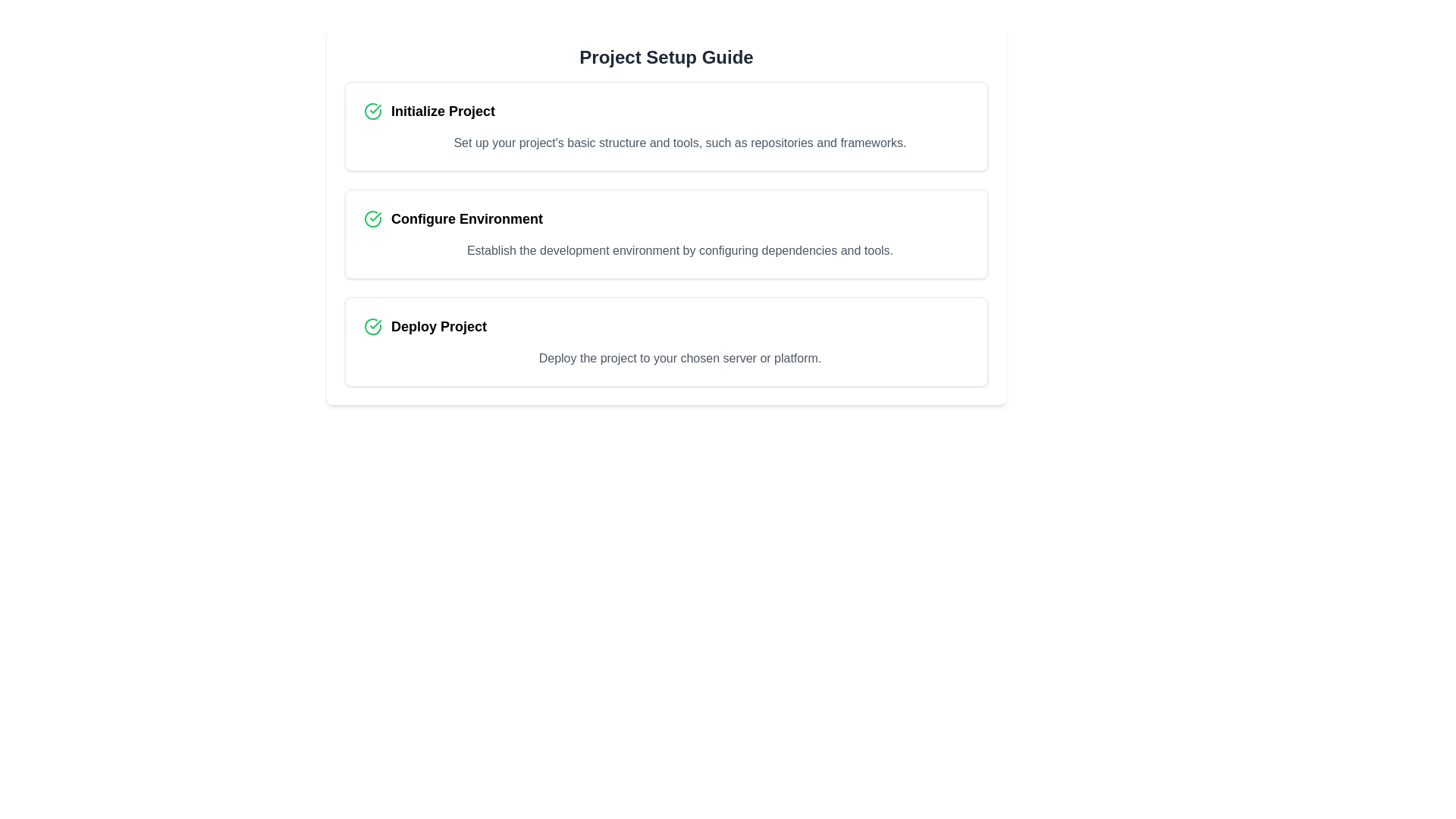 The image size is (1456, 819). What do you see at coordinates (372, 110) in the screenshot?
I see `the green checkmark icon with a circular border, located to the left of the text 'Initialize Project'` at bounding box center [372, 110].